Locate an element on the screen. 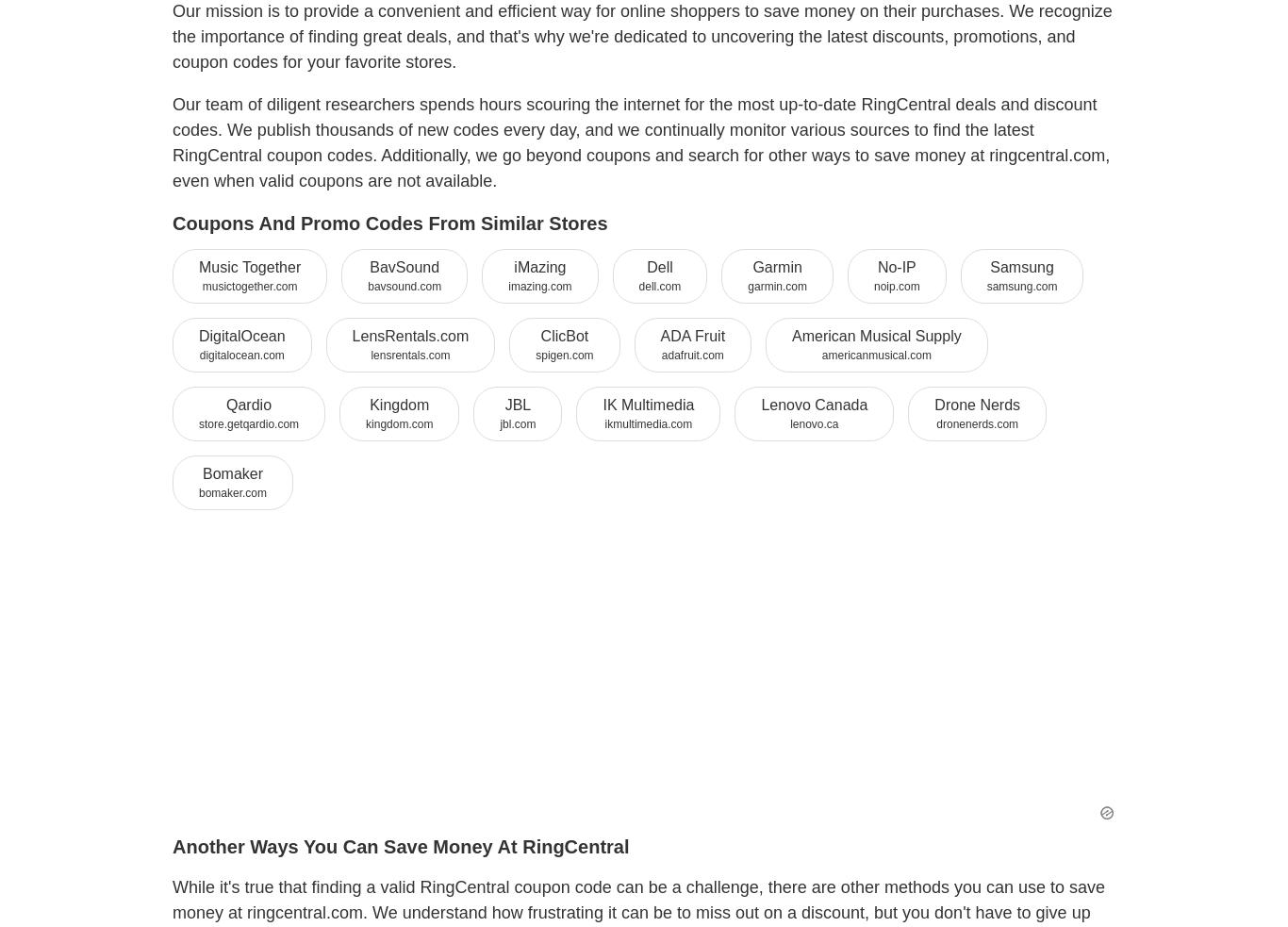  'imazing.com' is located at coordinates (538, 285).